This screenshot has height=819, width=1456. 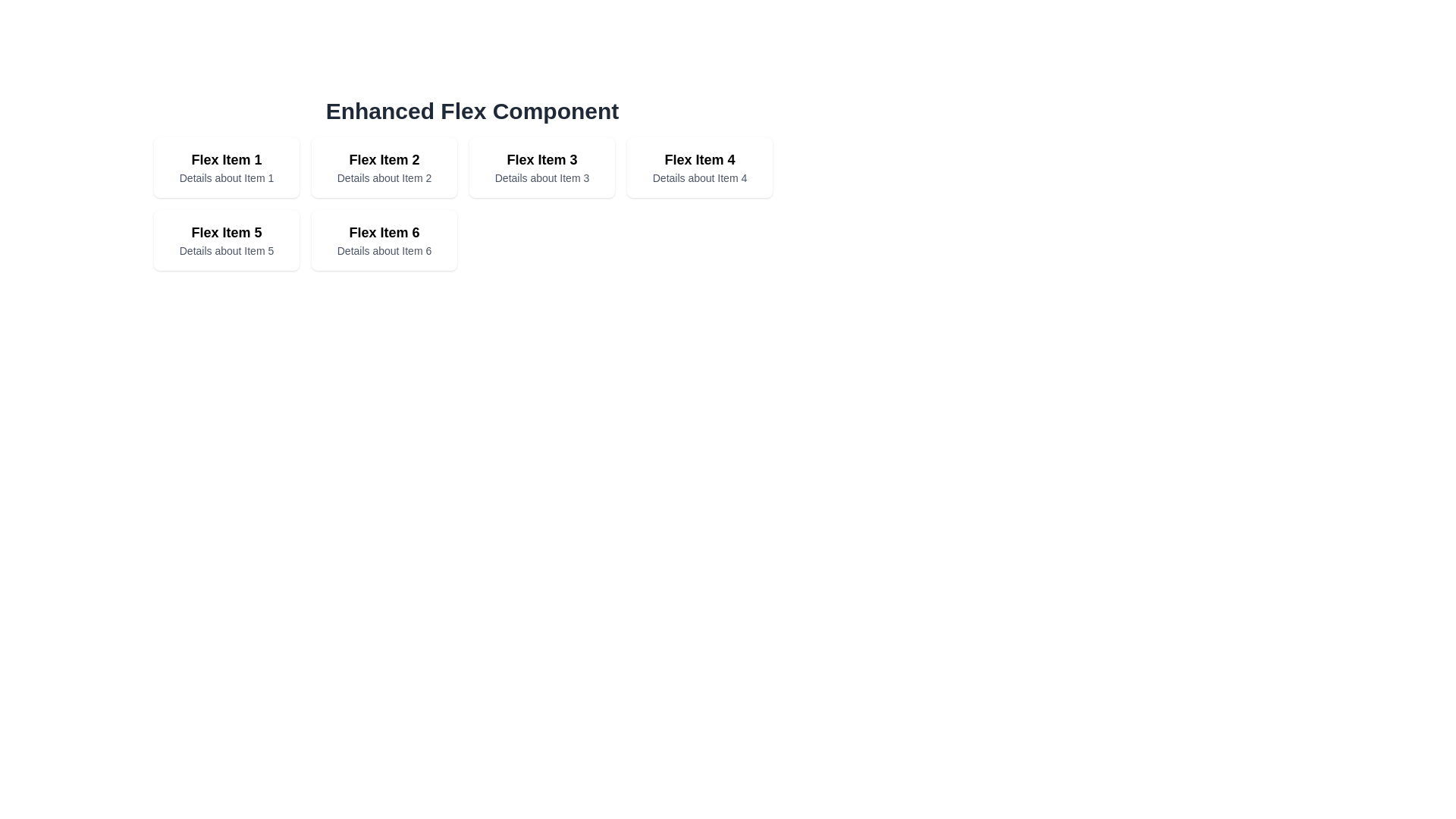 I want to click on the descriptive text element located within 'Flex Item 4', positioned in the top row and fourth column of the grid layout, so click(x=698, y=177).